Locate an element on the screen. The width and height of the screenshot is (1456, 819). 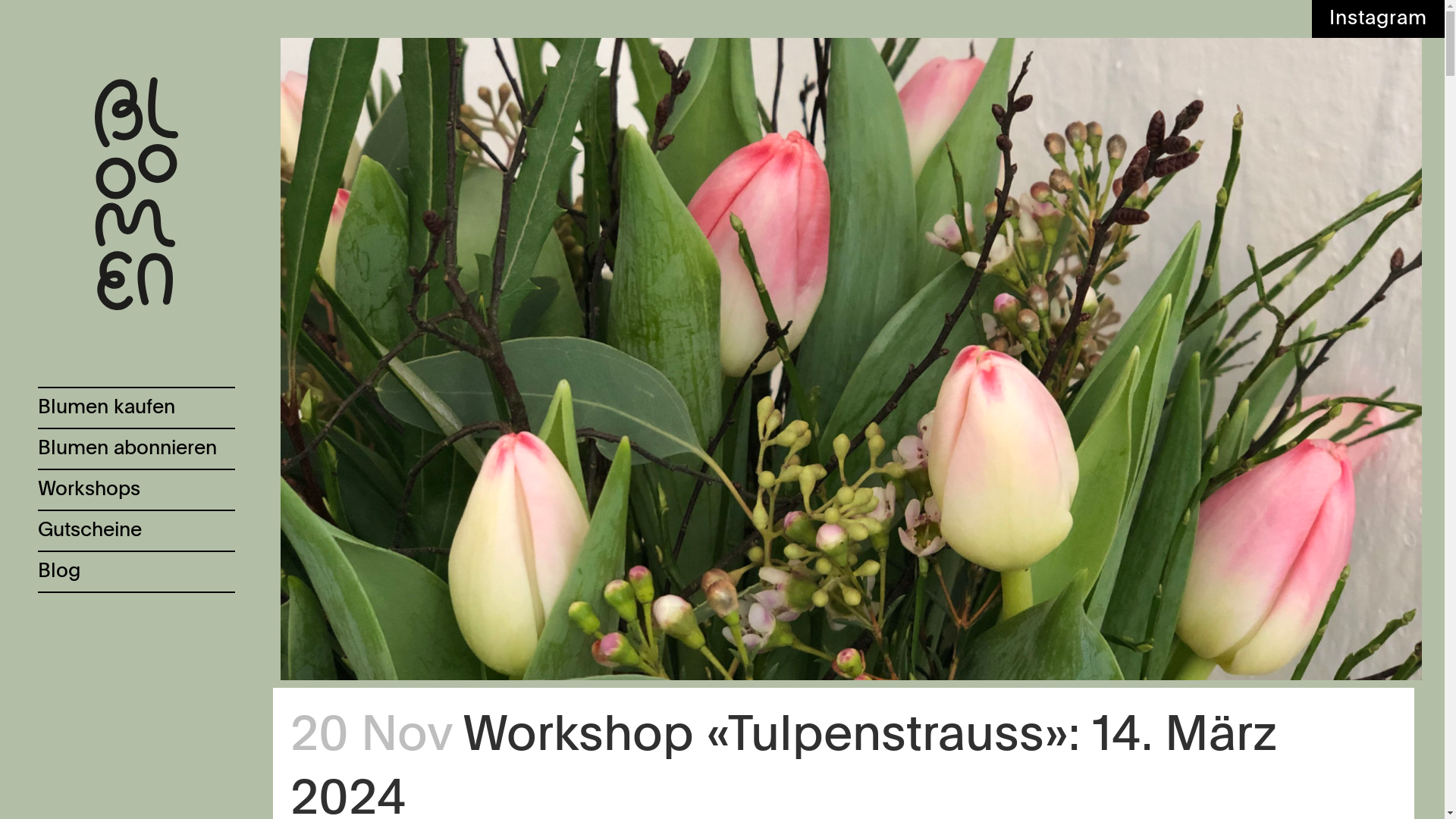
'Blumen abonnieren' is located at coordinates (136, 447).